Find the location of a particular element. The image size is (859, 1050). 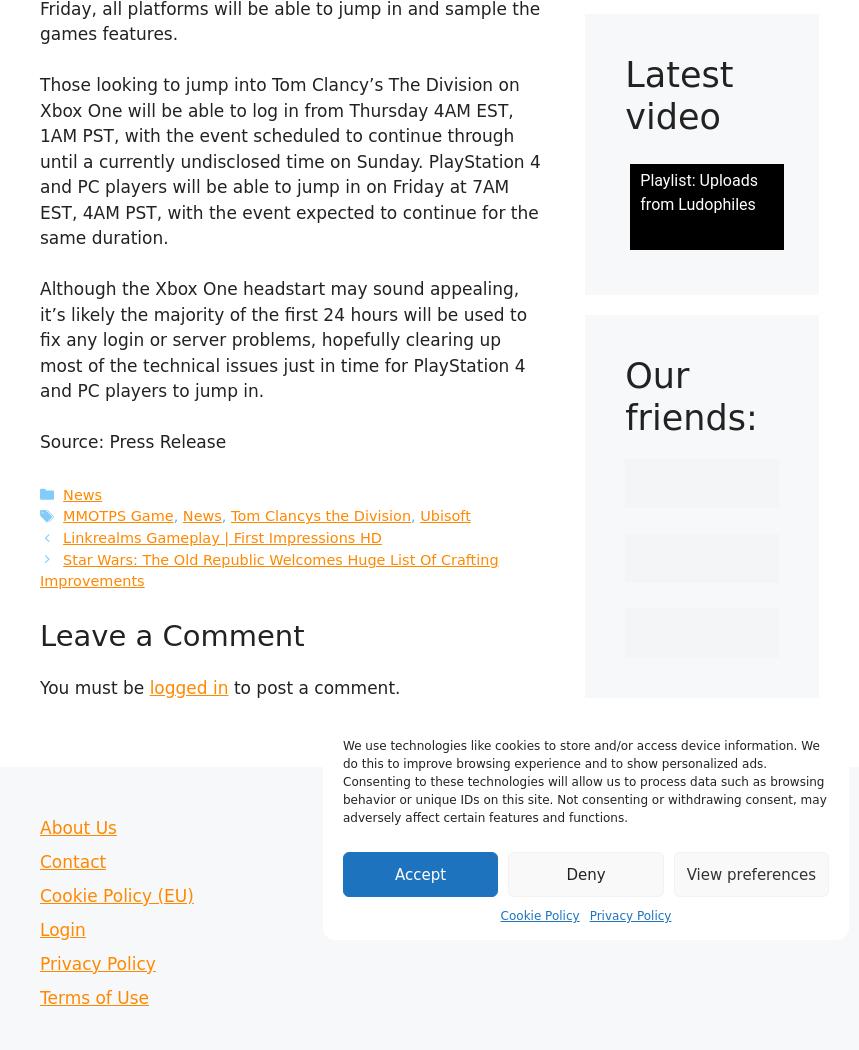

'Terms of Use' is located at coordinates (93, 996).